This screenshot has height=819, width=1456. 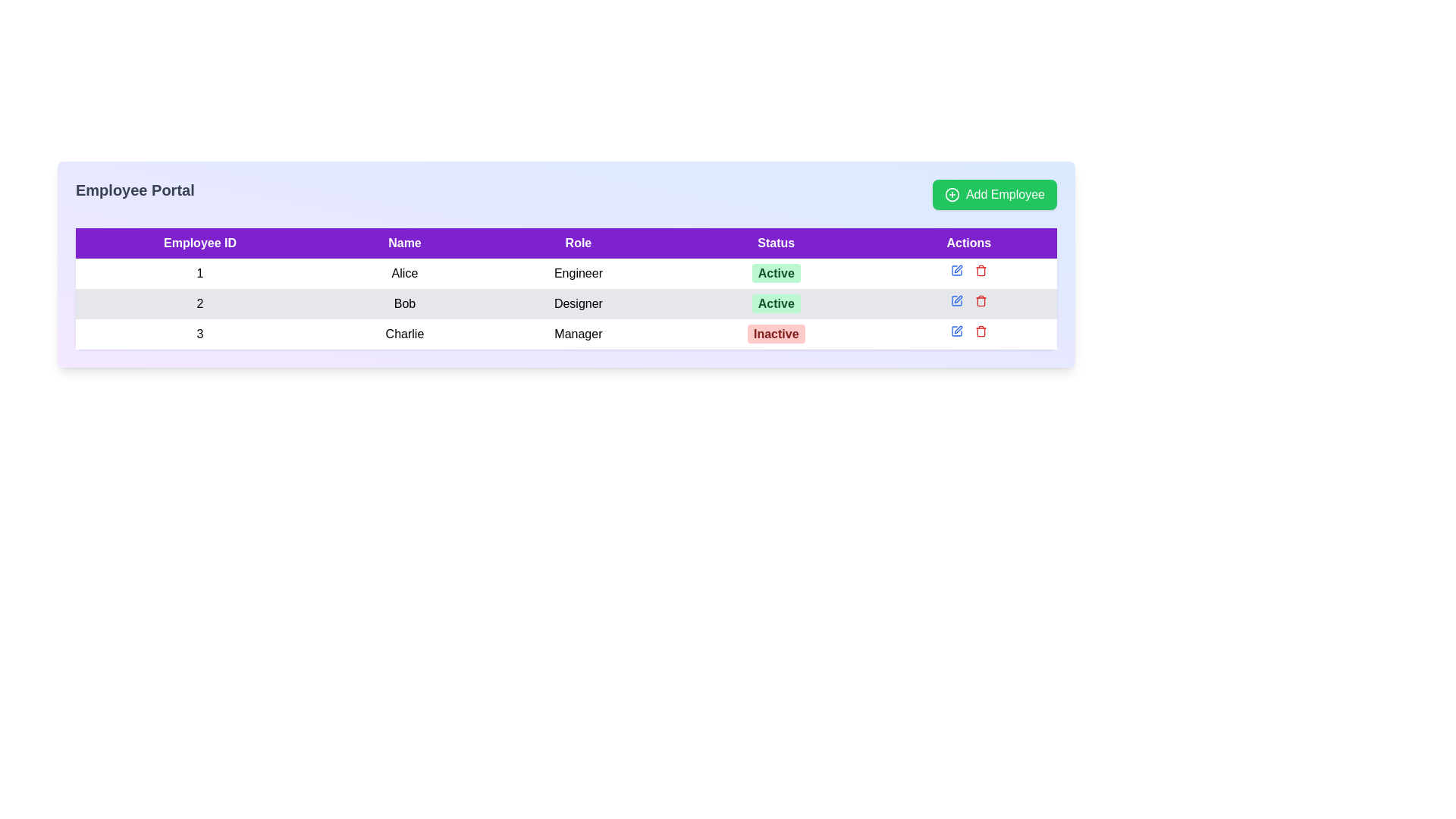 I want to click on the Button with a pen icon in the 'Actions' column of the table's second row for employee 'Bob' to enhance accessibility, so click(x=955, y=301).